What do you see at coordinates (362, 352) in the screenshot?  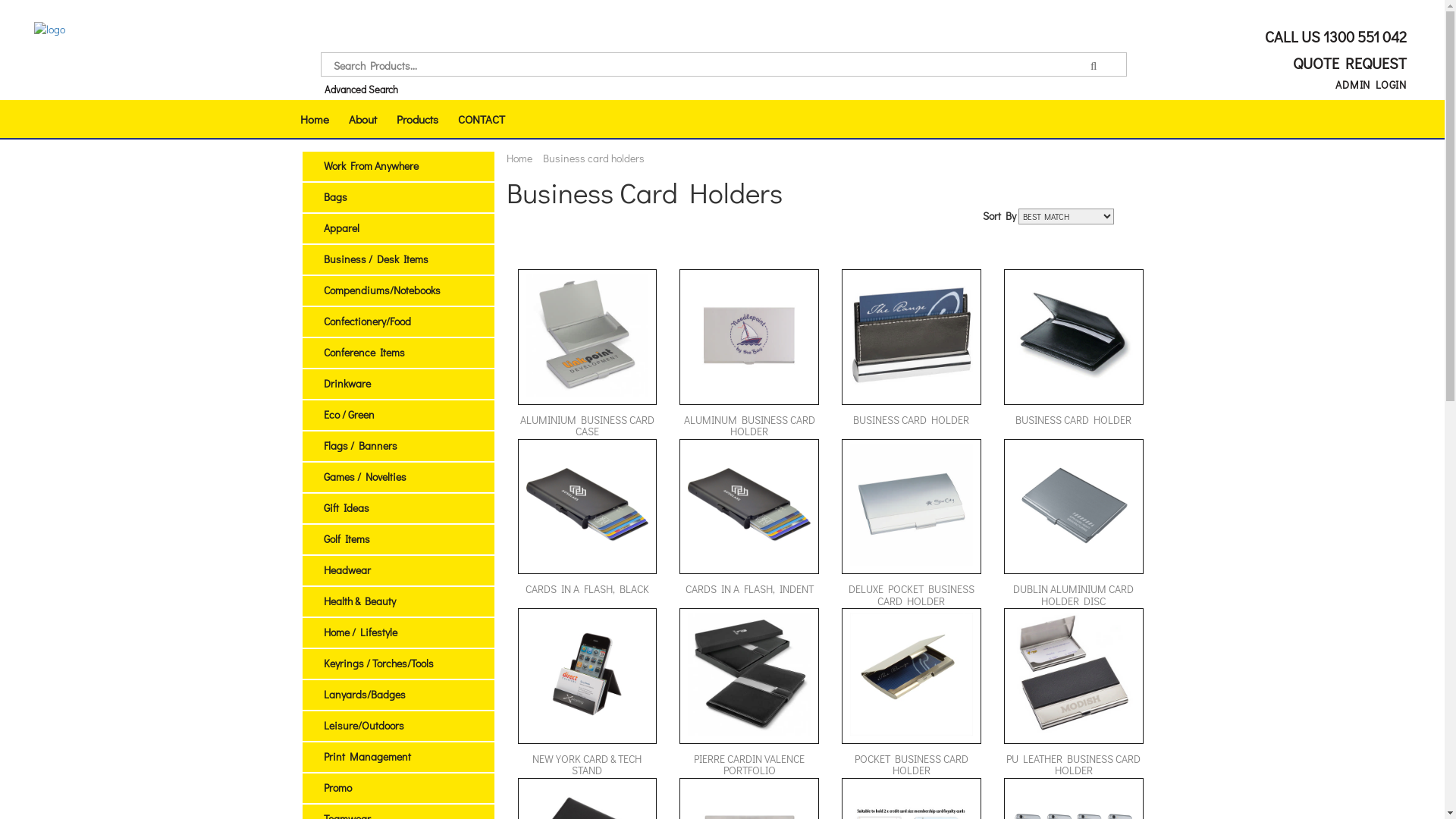 I see `'Conference Items'` at bounding box center [362, 352].